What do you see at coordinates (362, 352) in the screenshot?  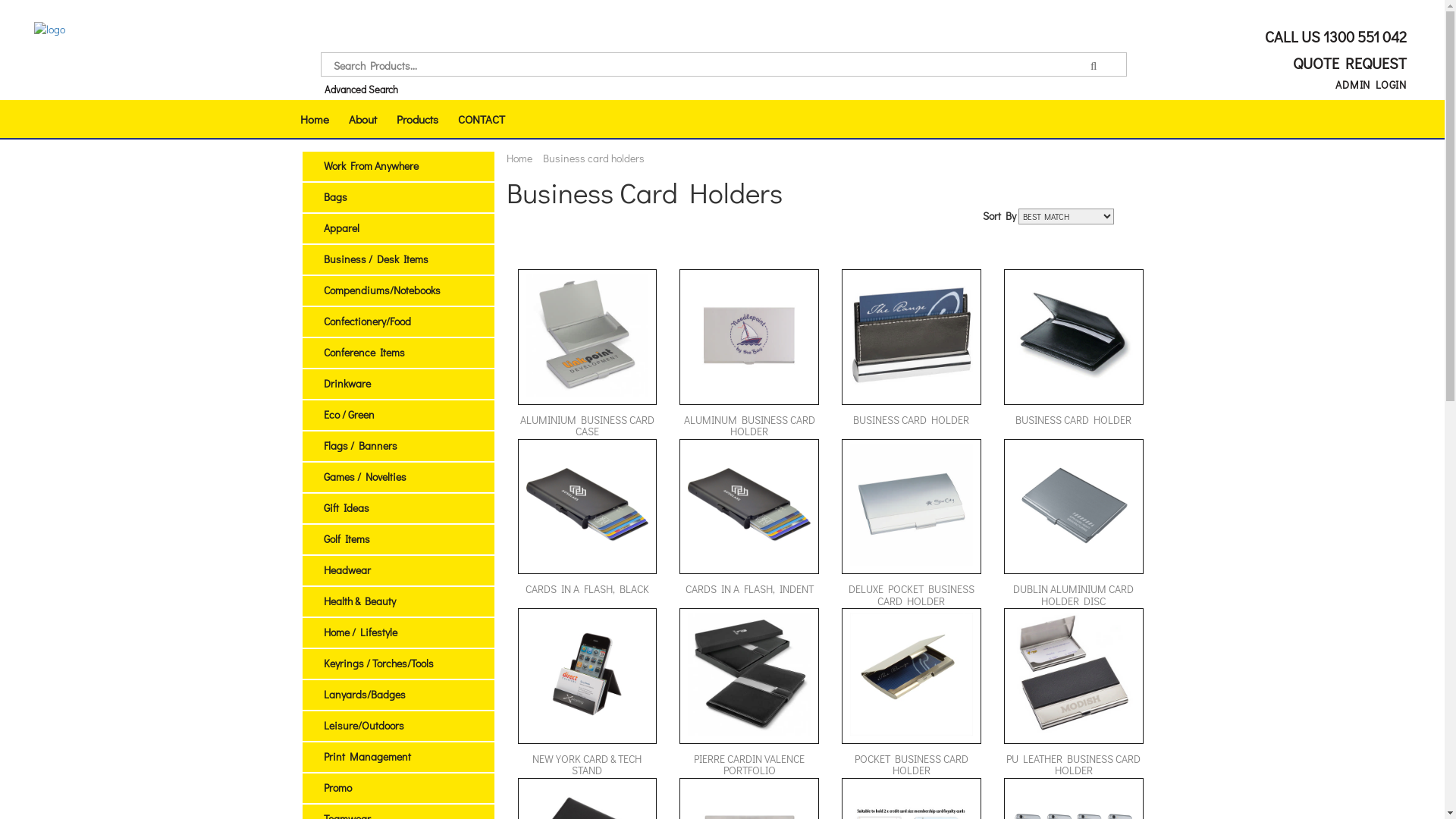 I see `'Conference Items'` at bounding box center [362, 352].